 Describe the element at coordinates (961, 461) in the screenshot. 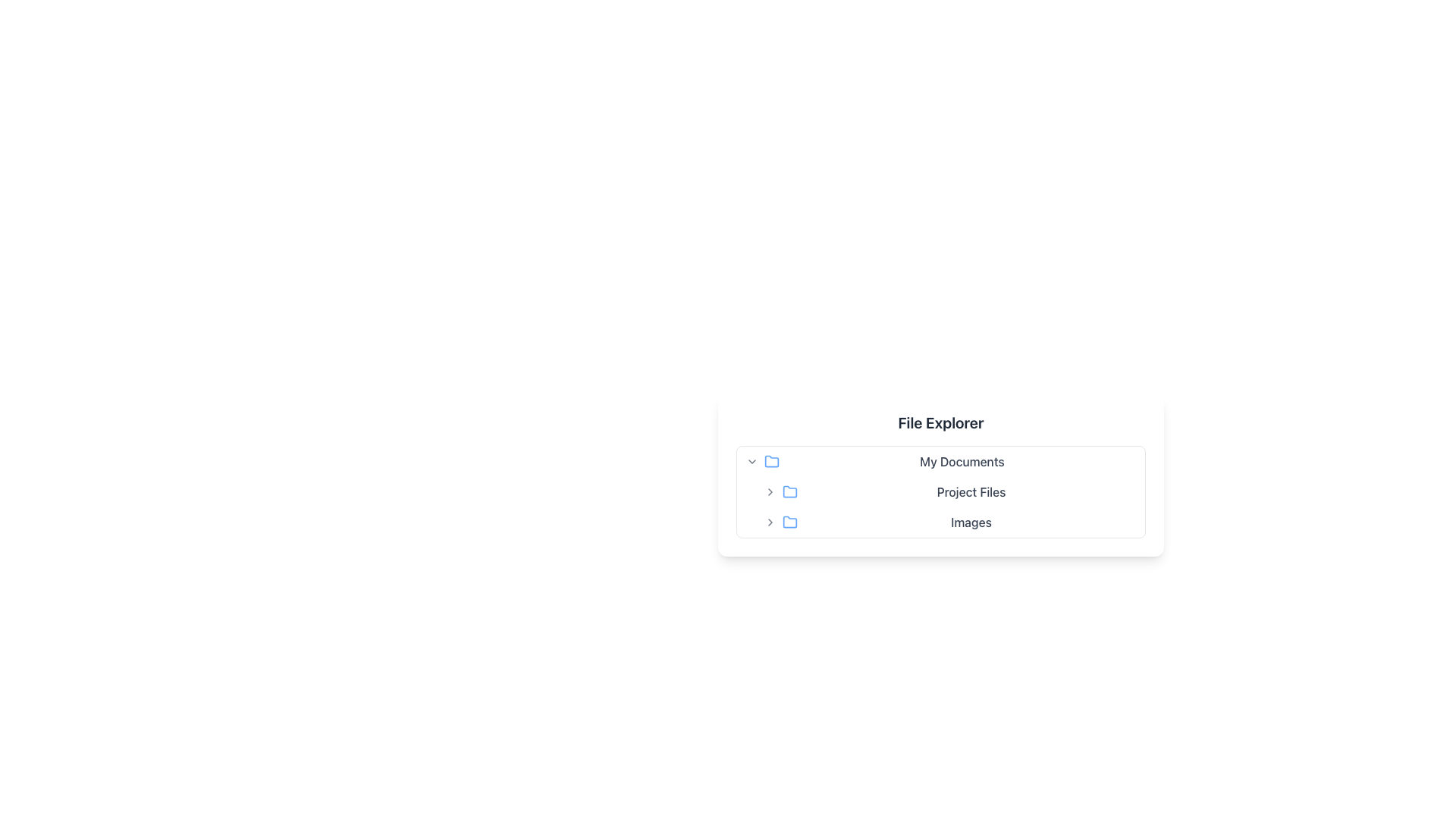

I see `the 'My Documents' text label in the file explorer navigation interface, which is positioned adjacent to a dropdown toggle icon and follows a blue folder icon` at that location.